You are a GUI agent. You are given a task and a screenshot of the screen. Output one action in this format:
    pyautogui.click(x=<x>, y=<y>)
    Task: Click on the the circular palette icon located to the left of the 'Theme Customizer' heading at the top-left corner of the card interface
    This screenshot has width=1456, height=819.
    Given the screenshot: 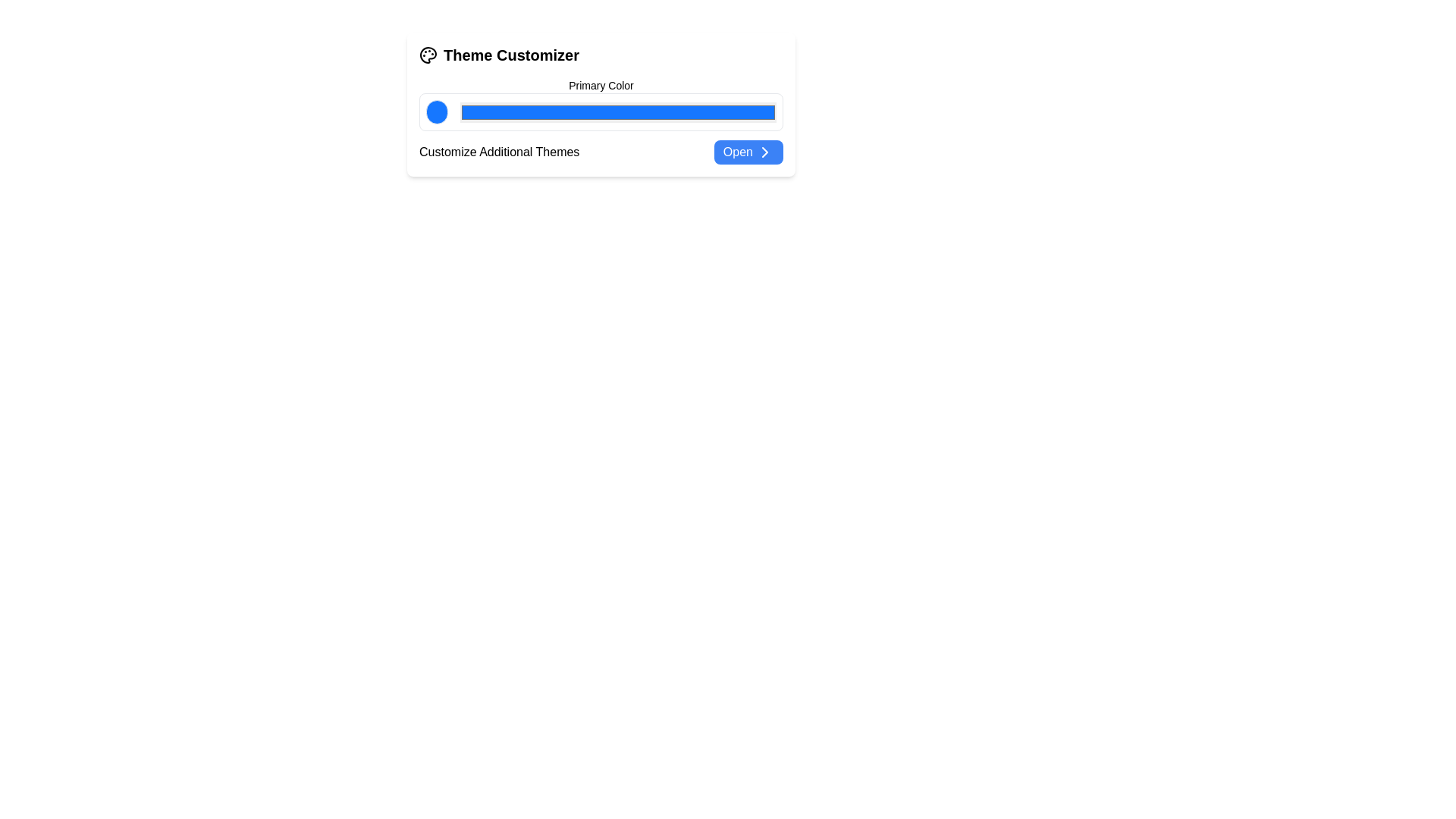 What is the action you would take?
    pyautogui.click(x=428, y=55)
    